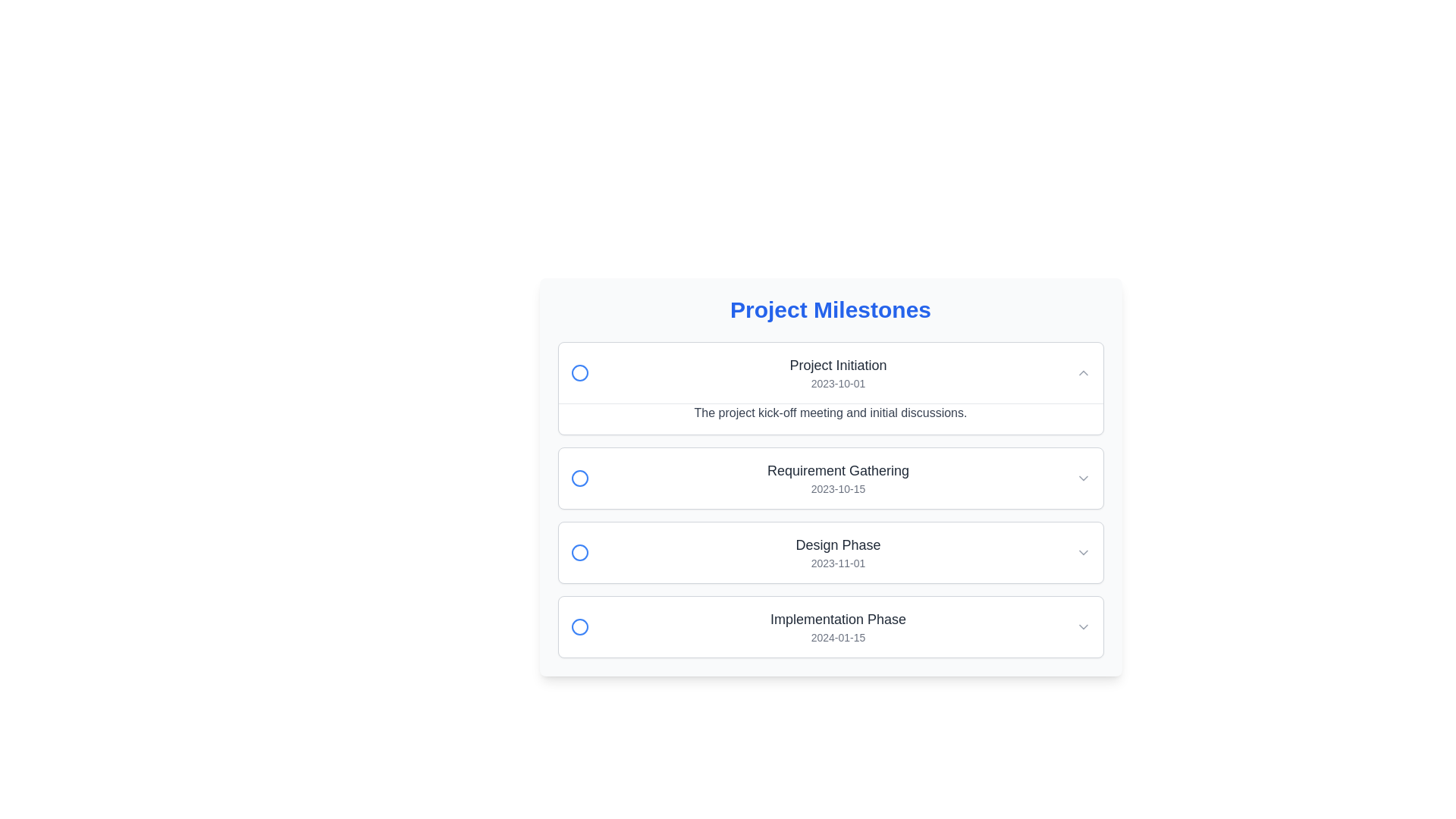 The height and width of the screenshot is (819, 1456). What do you see at coordinates (1082, 553) in the screenshot?
I see `the downward-pointing chevron icon next to the label 'Design Phase'` at bounding box center [1082, 553].